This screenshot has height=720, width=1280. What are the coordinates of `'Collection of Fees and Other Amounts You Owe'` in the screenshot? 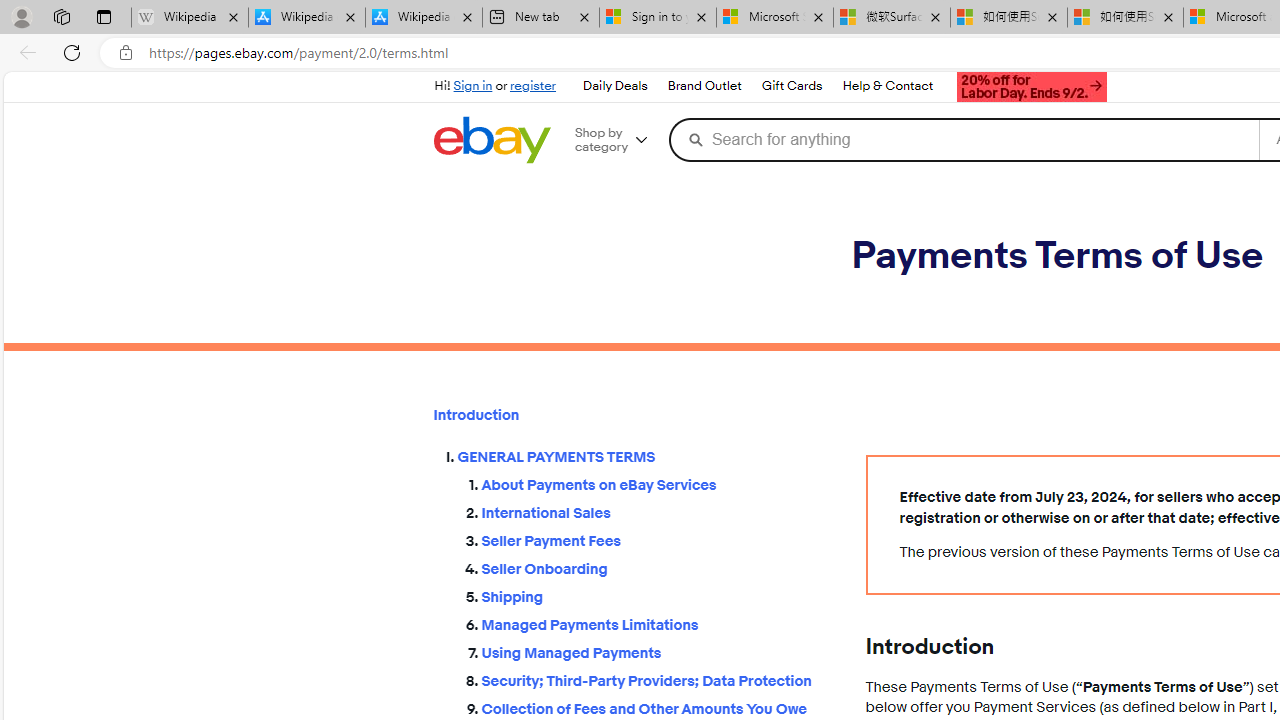 It's located at (657, 704).